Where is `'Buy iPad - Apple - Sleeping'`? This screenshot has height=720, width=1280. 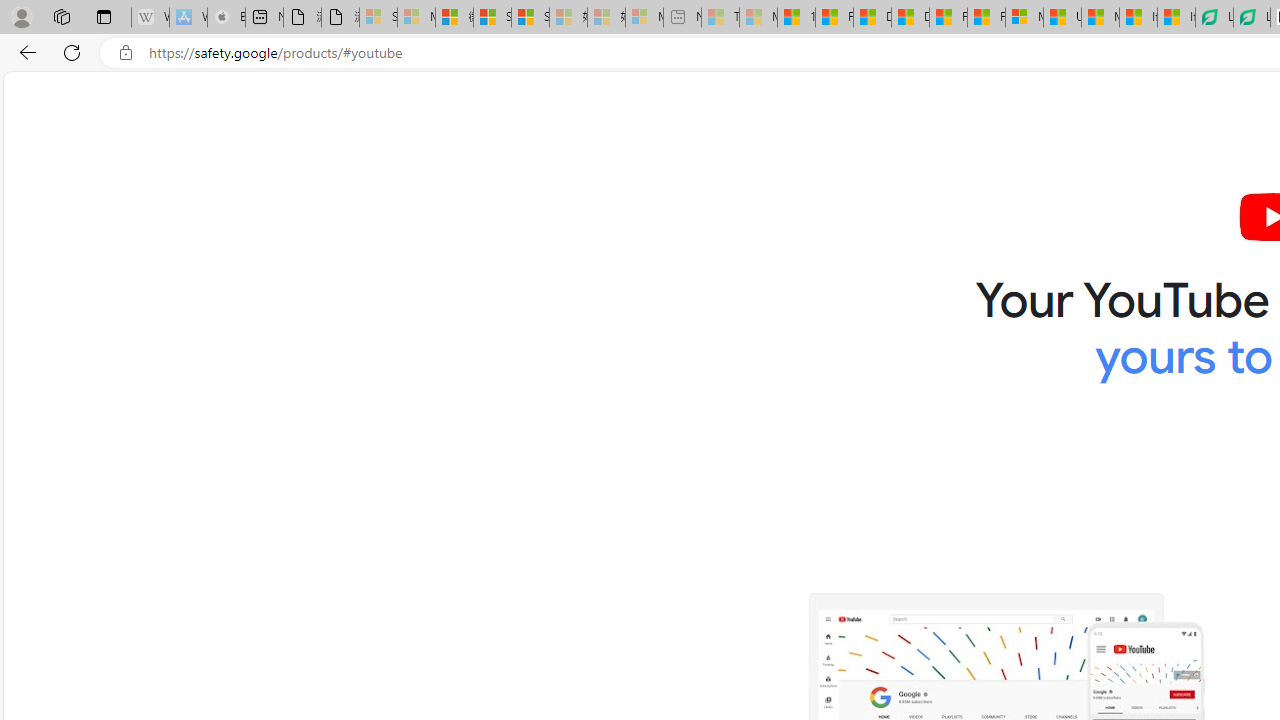 'Buy iPad - Apple - Sleeping' is located at coordinates (225, 17).